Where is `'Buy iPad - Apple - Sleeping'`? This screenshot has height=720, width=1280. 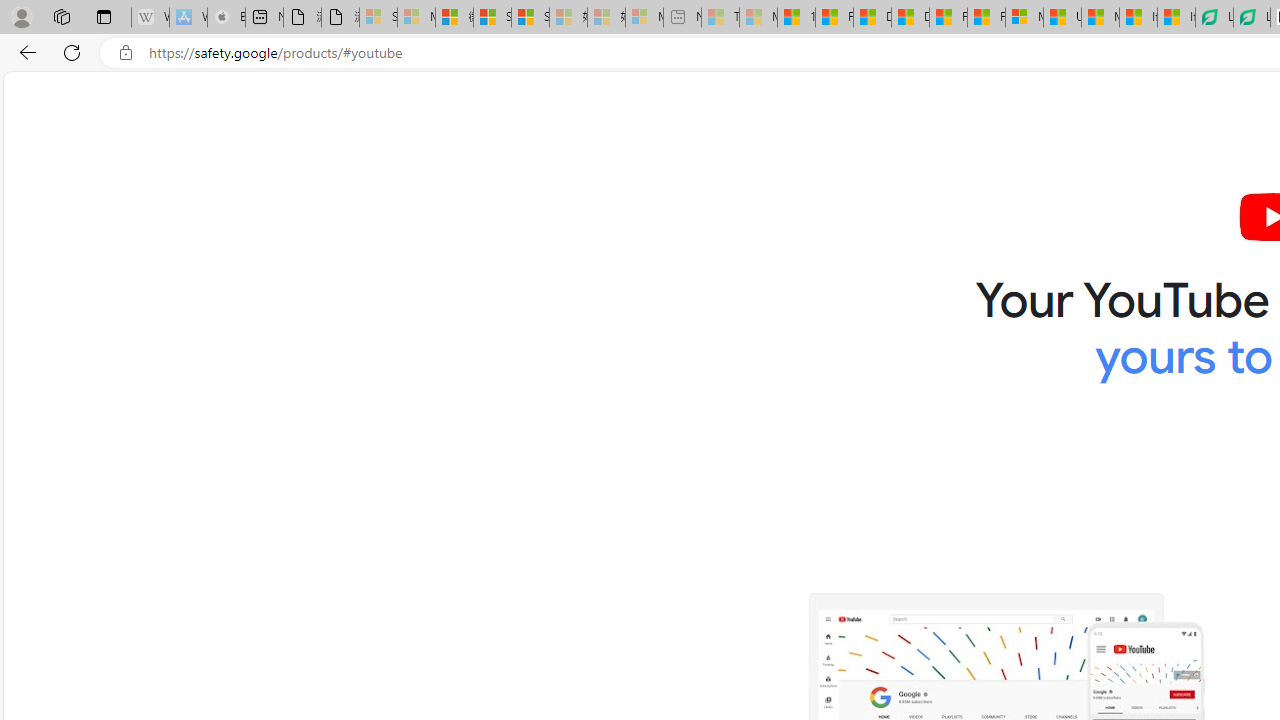 'Buy iPad - Apple - Sleeping' is located at coordinates (225, 17).